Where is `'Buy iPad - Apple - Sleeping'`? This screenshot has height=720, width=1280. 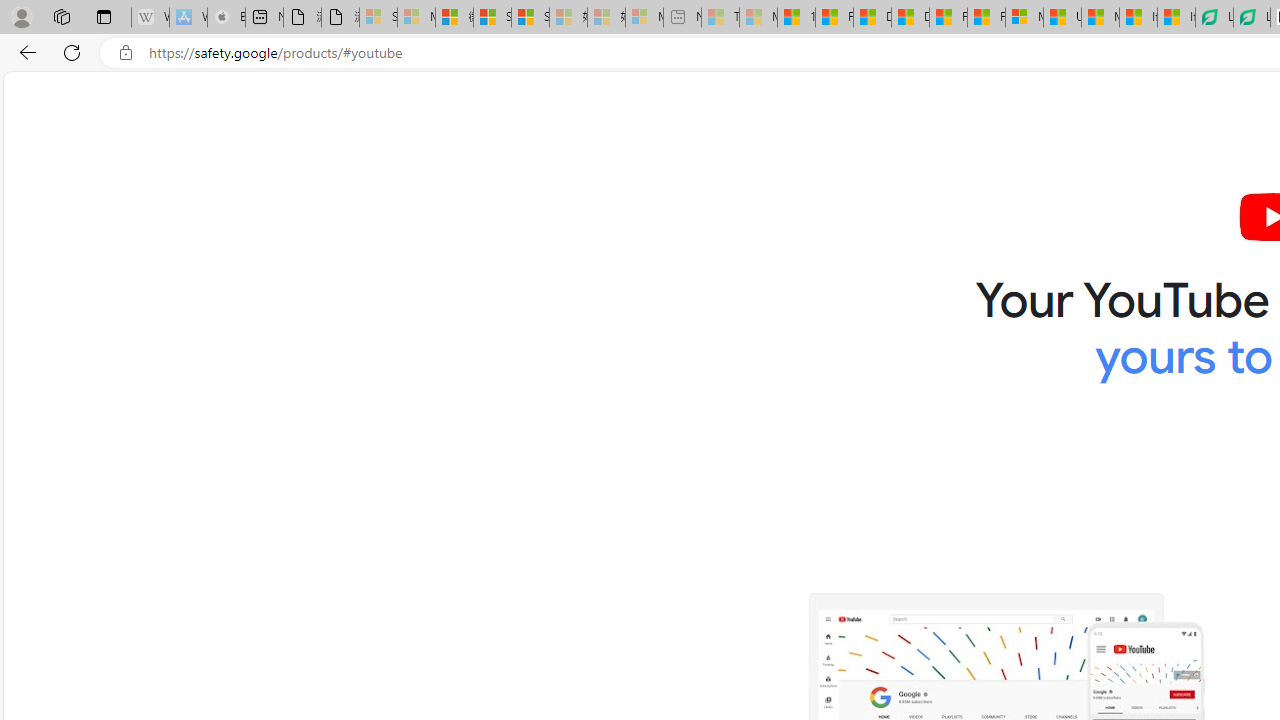 'Buy iPad - Apple - Sleeping' is located at coordinates (225, 17).